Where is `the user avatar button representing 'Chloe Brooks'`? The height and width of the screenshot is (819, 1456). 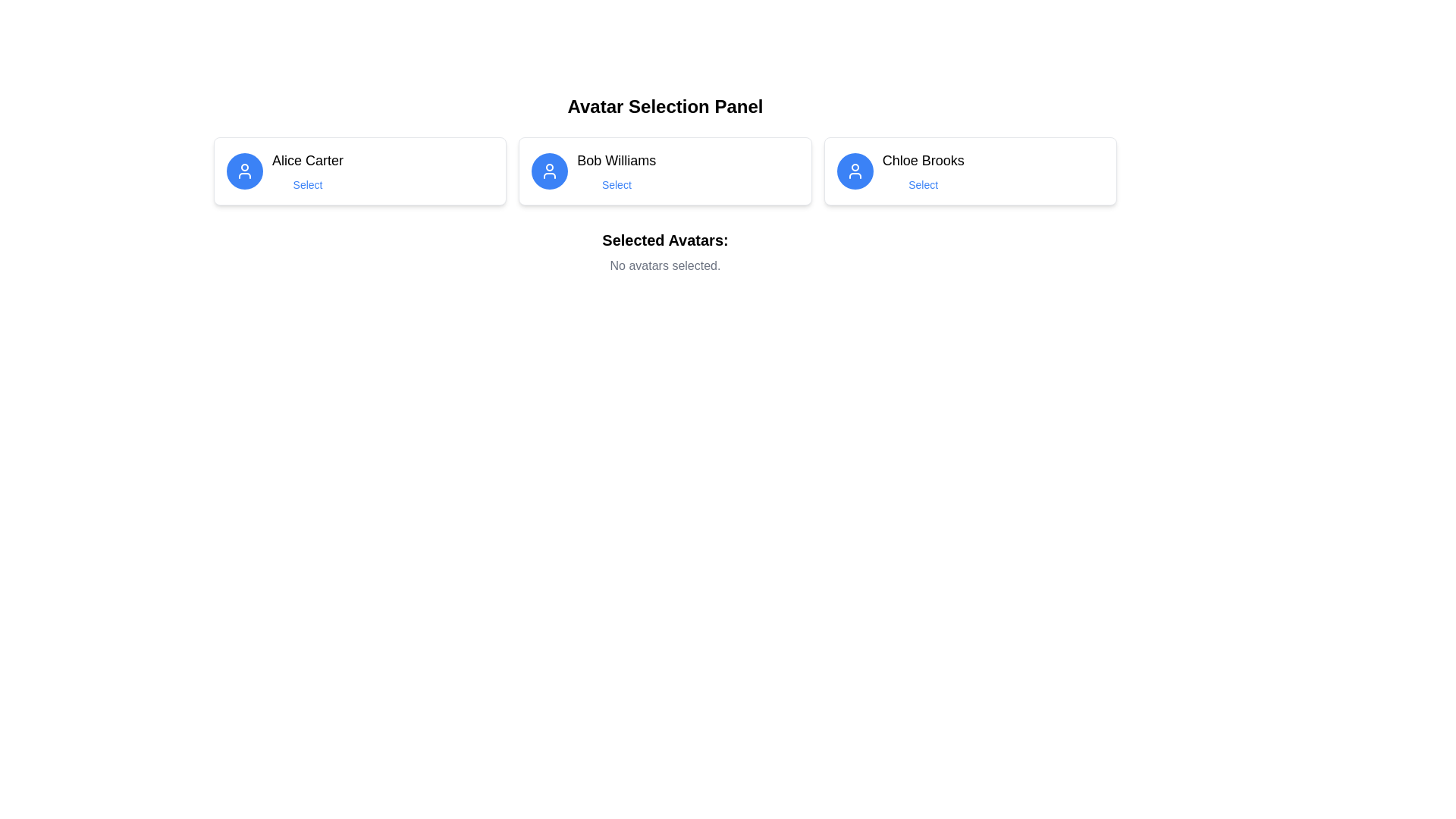 the user avatar button representing 'Chloe Brooks' is located at coordinates (855, 171).